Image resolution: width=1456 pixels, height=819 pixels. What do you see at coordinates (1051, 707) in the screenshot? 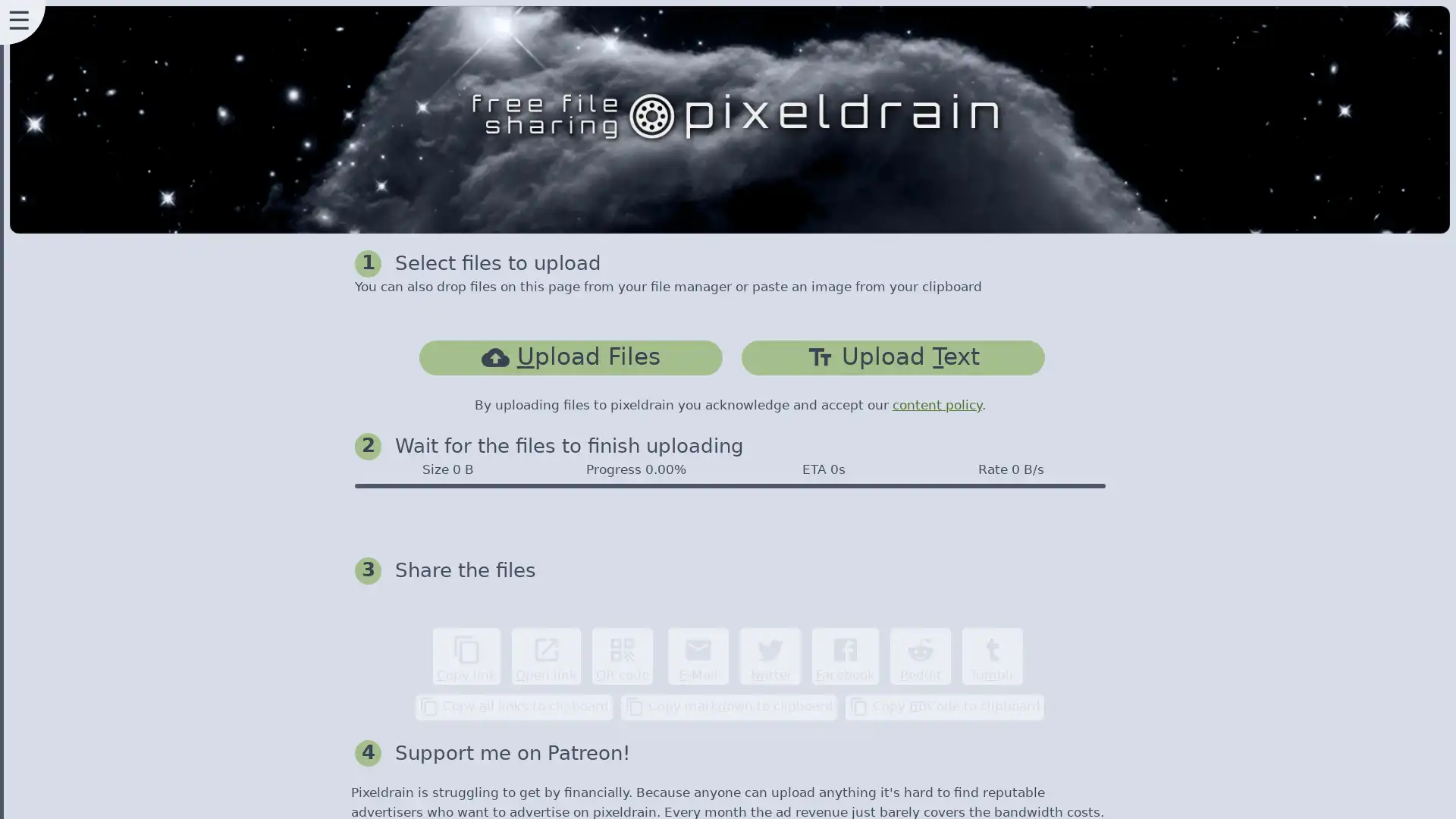
I see `content_copy Copy BBCode to clipboard` at bounding box center [1051, 707].